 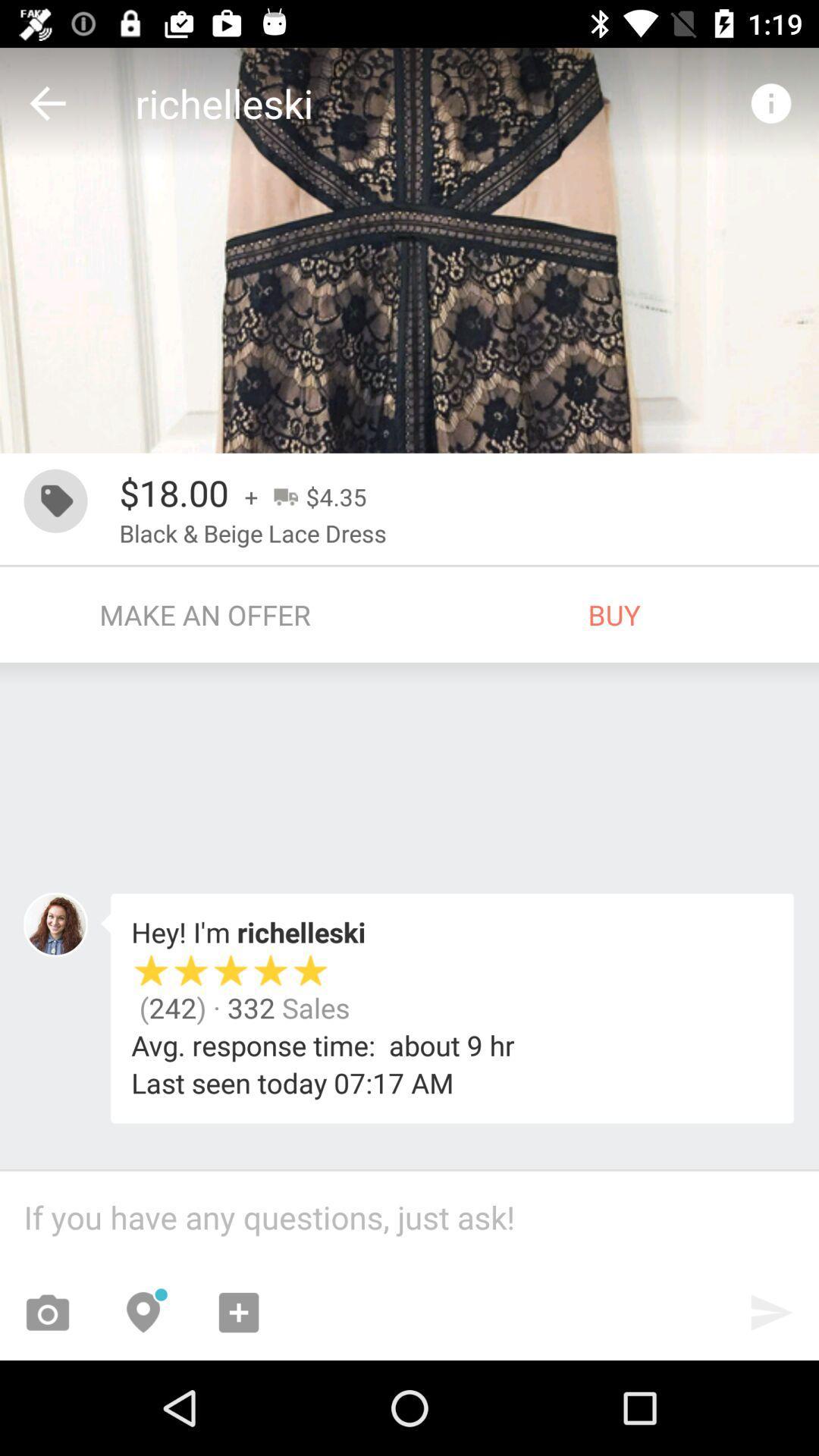 I want to click on the photo icon, so click(x=46, y=1312).